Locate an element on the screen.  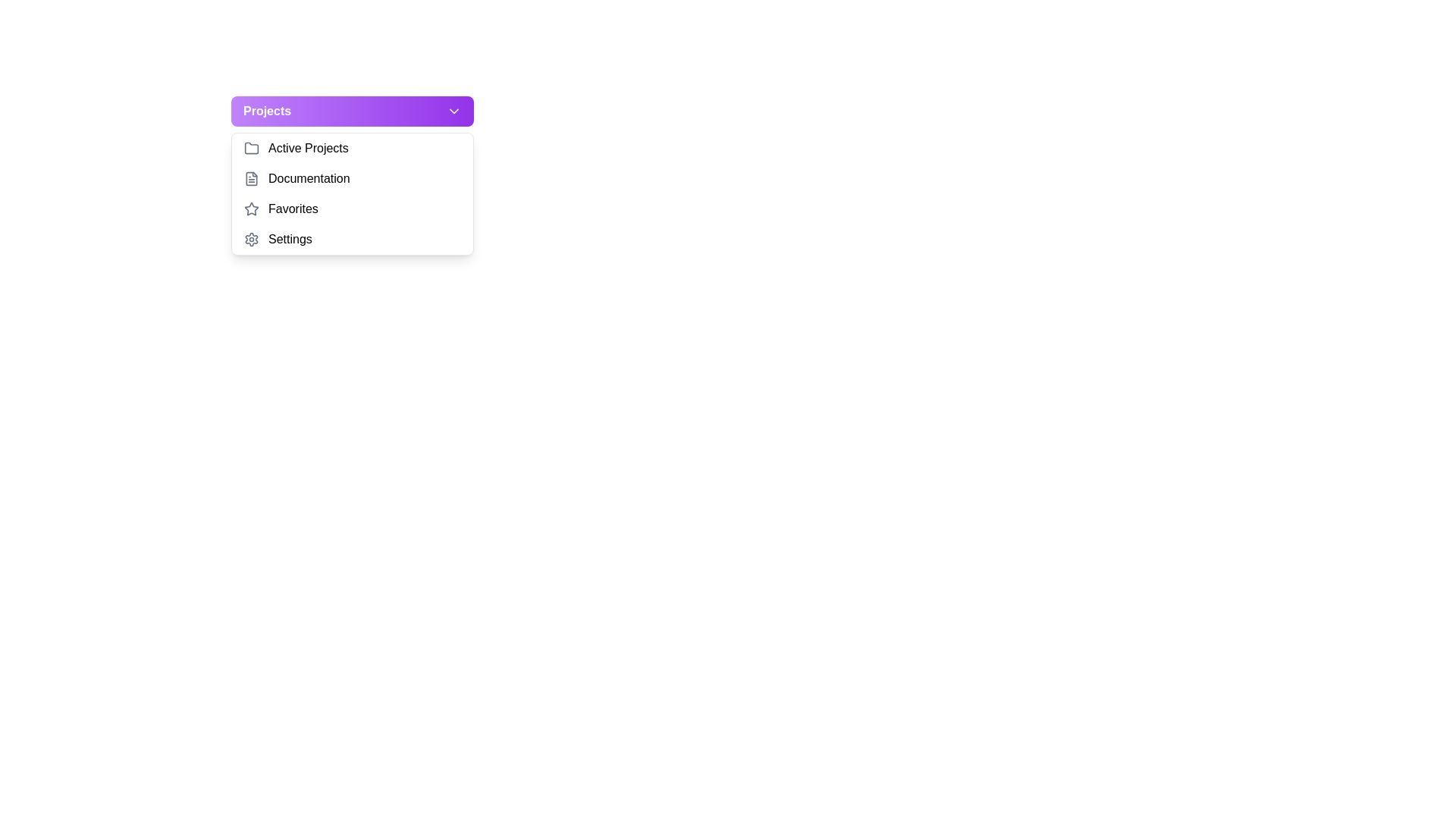
the text label displaying 'Projects' in bold sans-serif font, located in the middle-left of the purple gradient header is located at coordinates (267, 110).